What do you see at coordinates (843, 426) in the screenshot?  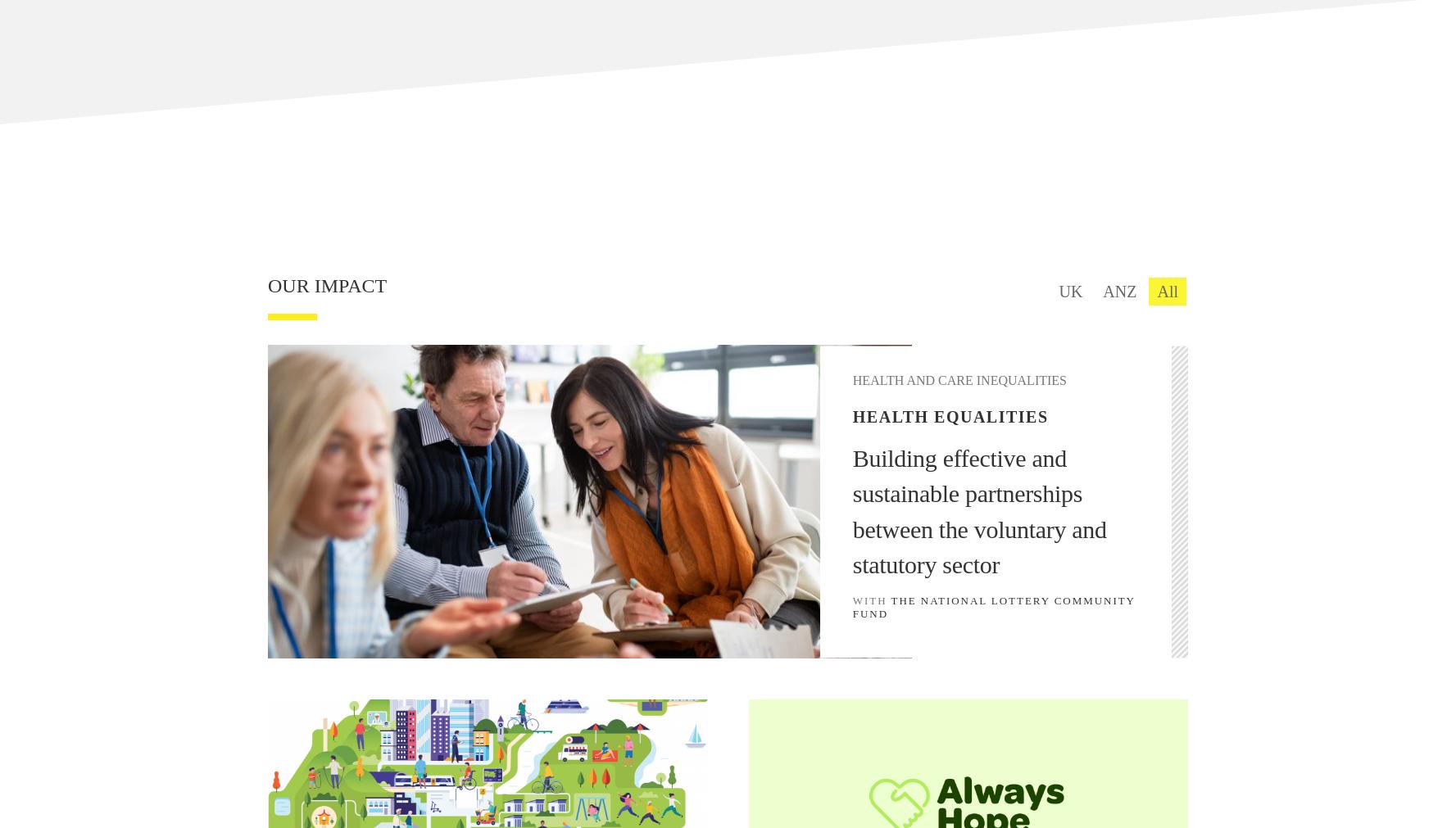 I see `'We partner with organisations and groups of organisations to support learning around complex, systemic challenges, and develop and scale new practices that make a positive difference. We help diverse groups of people to work together to generate new insights, and design and facilitate innovation programs that make meaningful change at scale.'` at bounding box center [843, 426].